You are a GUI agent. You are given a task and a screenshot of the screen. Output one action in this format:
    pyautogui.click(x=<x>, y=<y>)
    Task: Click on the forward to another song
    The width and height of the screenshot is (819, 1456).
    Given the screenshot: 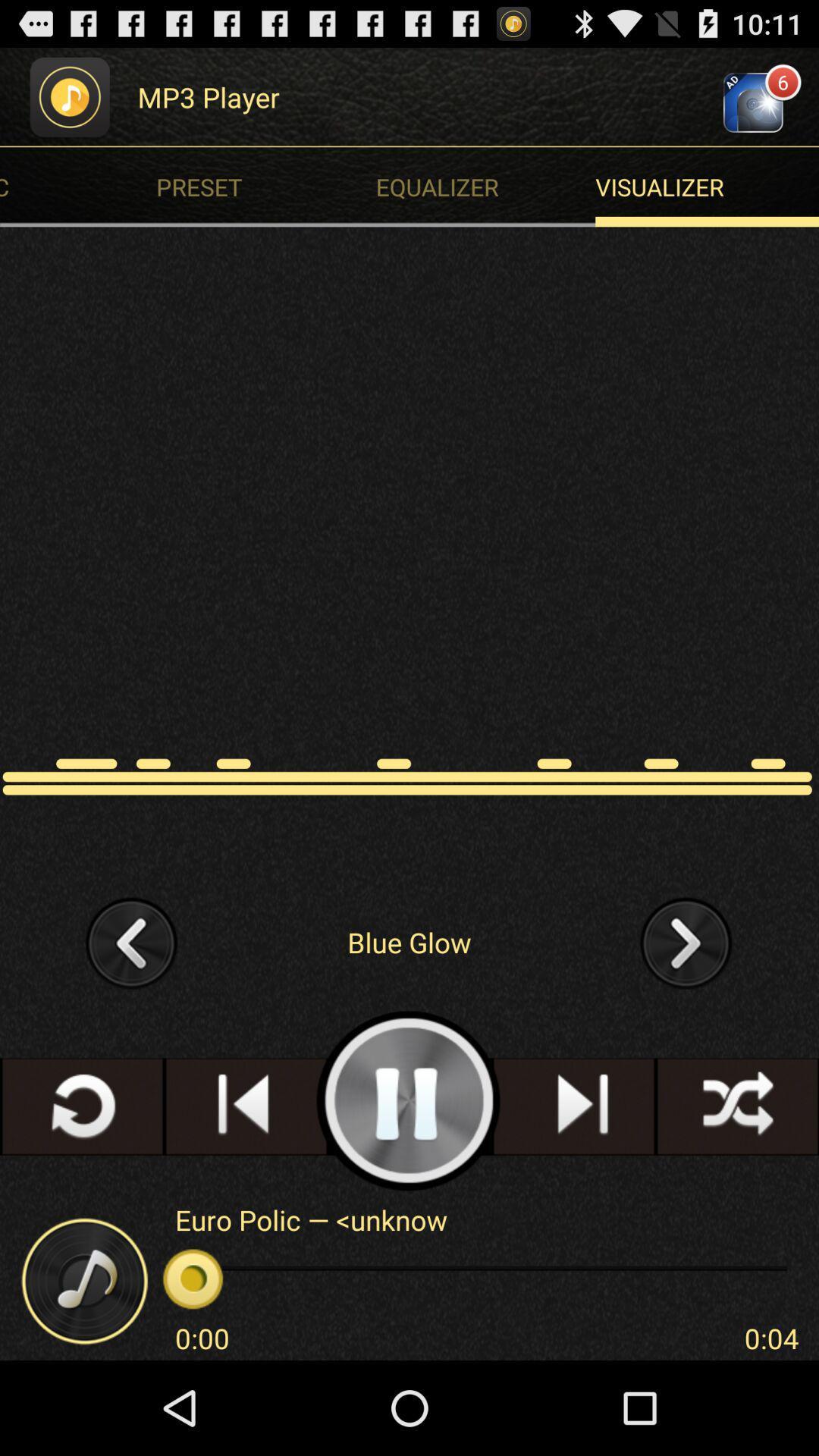 What is the action you would take?
    pyautogui.click(x=686, y=941)
    